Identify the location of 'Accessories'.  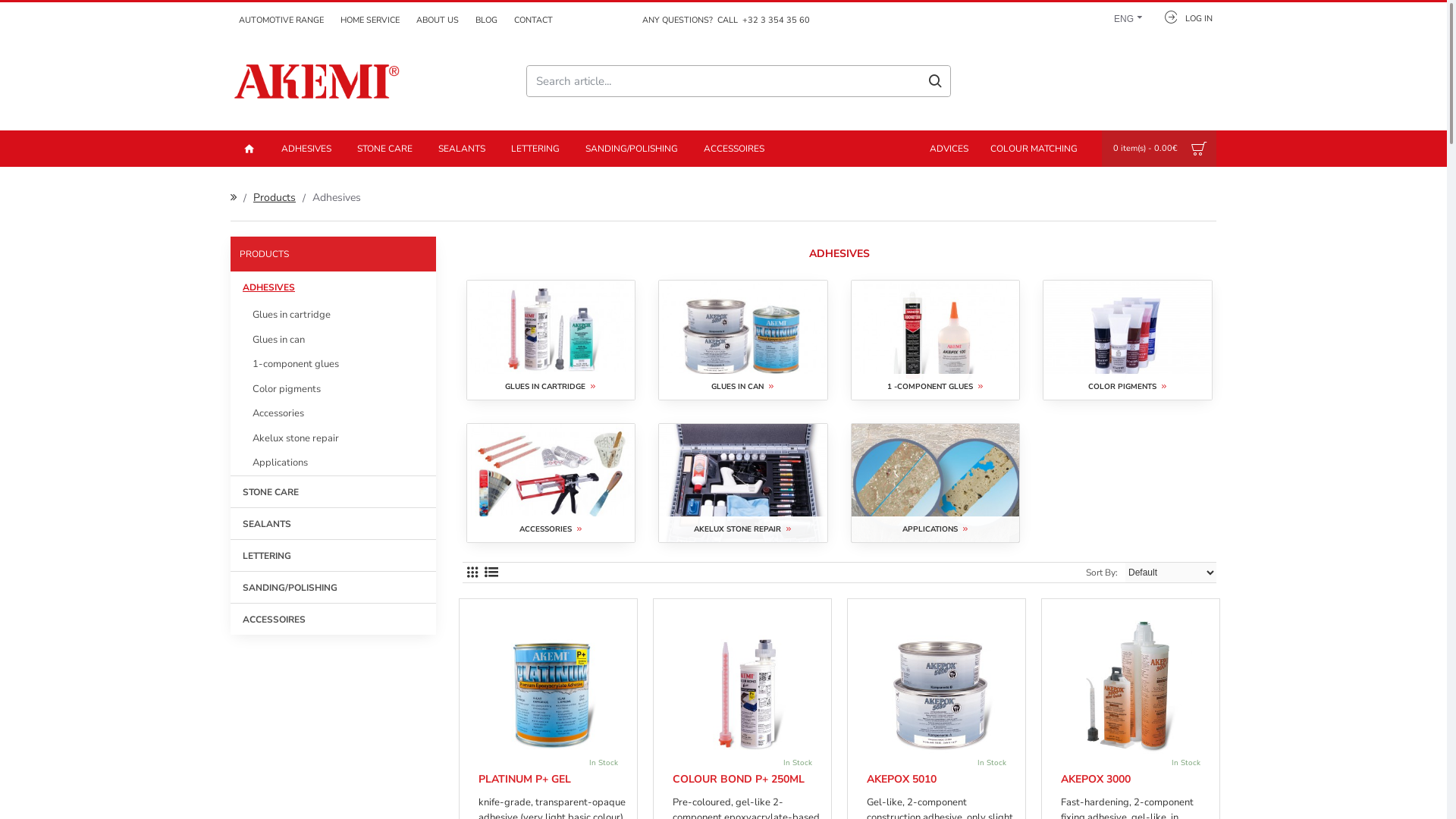
(229, 413).